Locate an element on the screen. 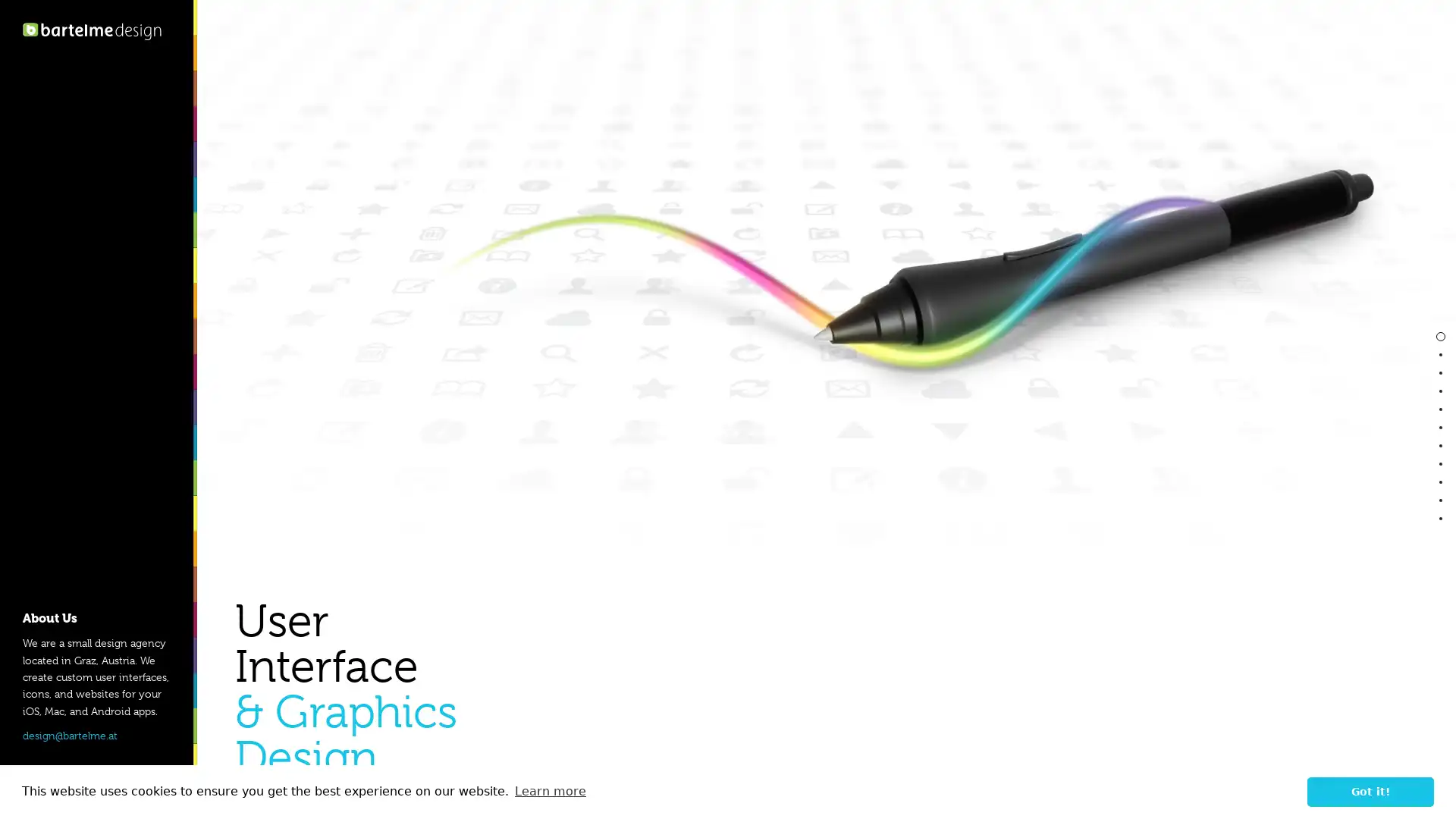 This screenshot has height=819, width=1456. learn more about cookies is located at coordinates (549, 791).